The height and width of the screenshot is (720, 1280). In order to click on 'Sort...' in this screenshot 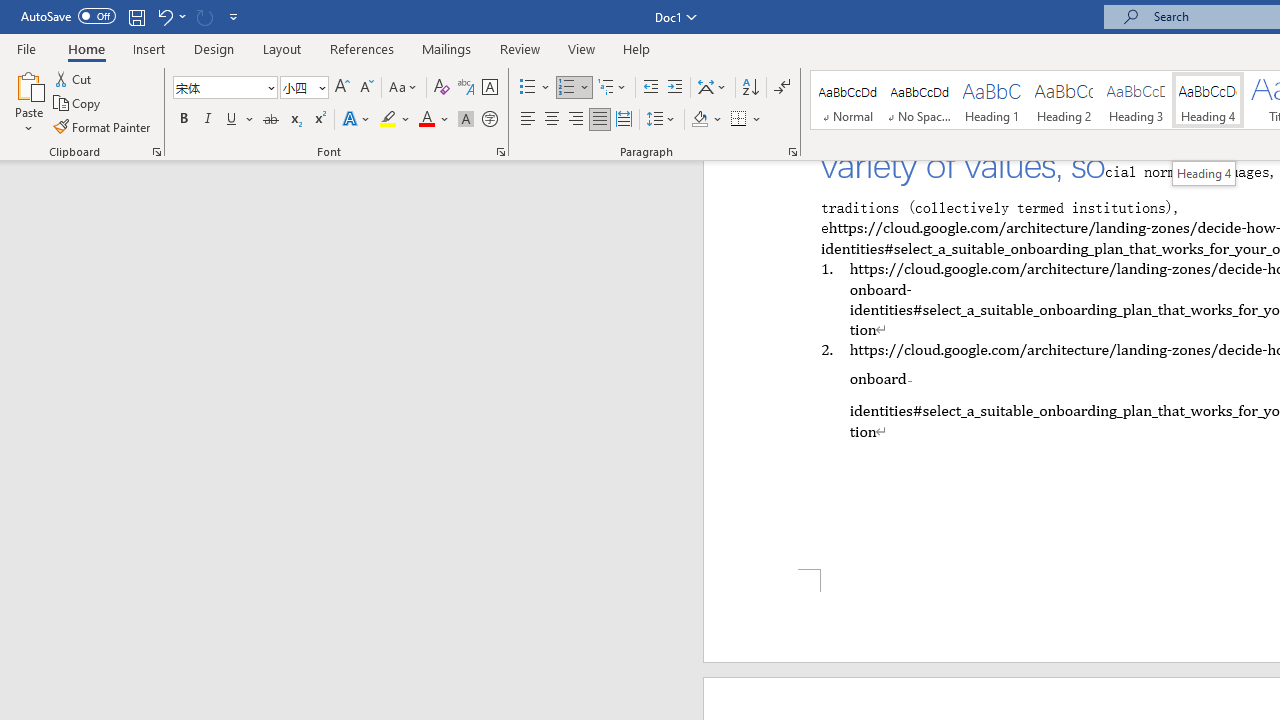, I will do `click(749, 86)`.